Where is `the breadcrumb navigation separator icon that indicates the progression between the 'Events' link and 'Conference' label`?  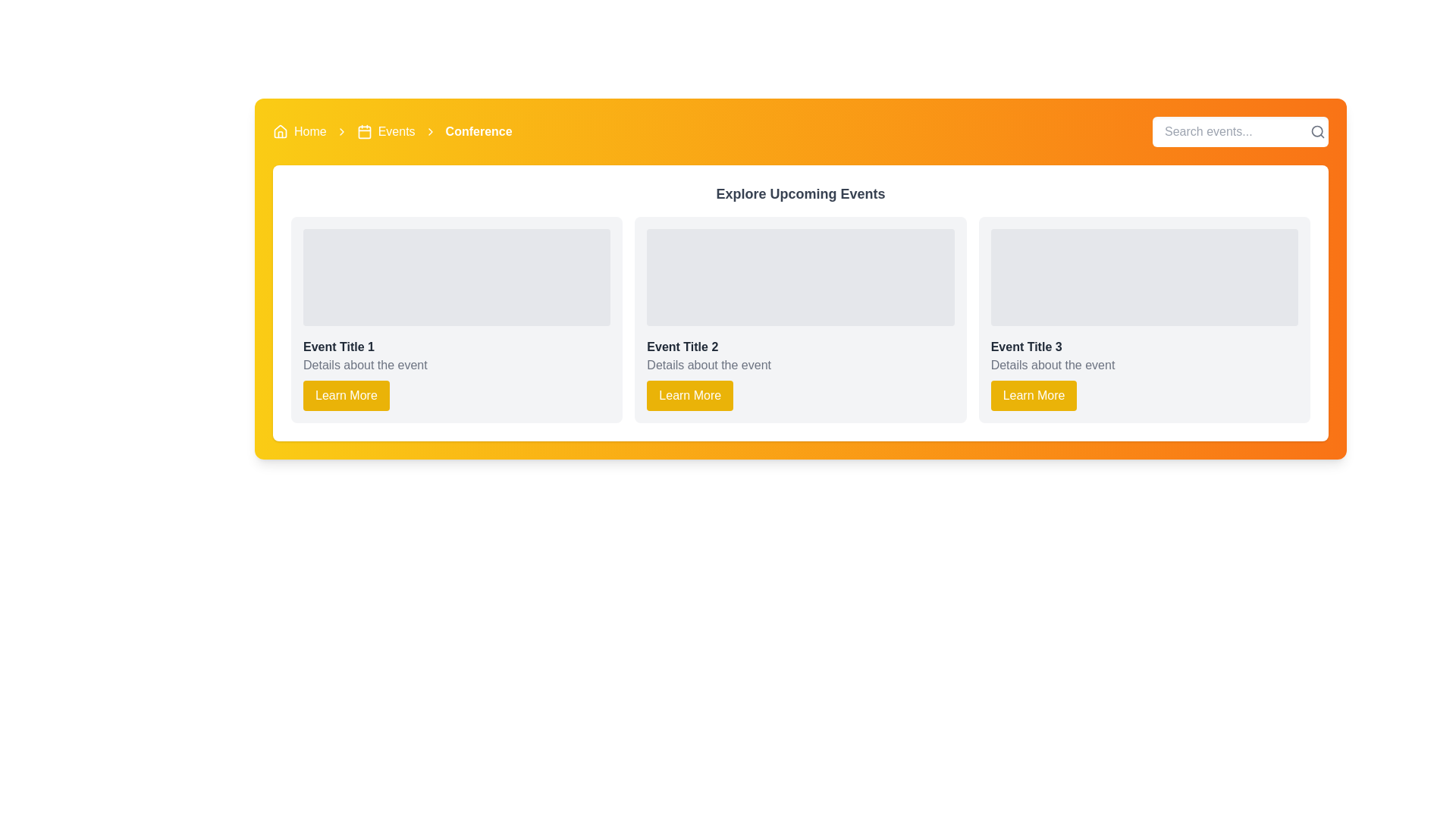
the breadcrumb navigation separator icon that indicates the progression between the 'Events' link and 'Conference' label is located at coordinates (429, 130).